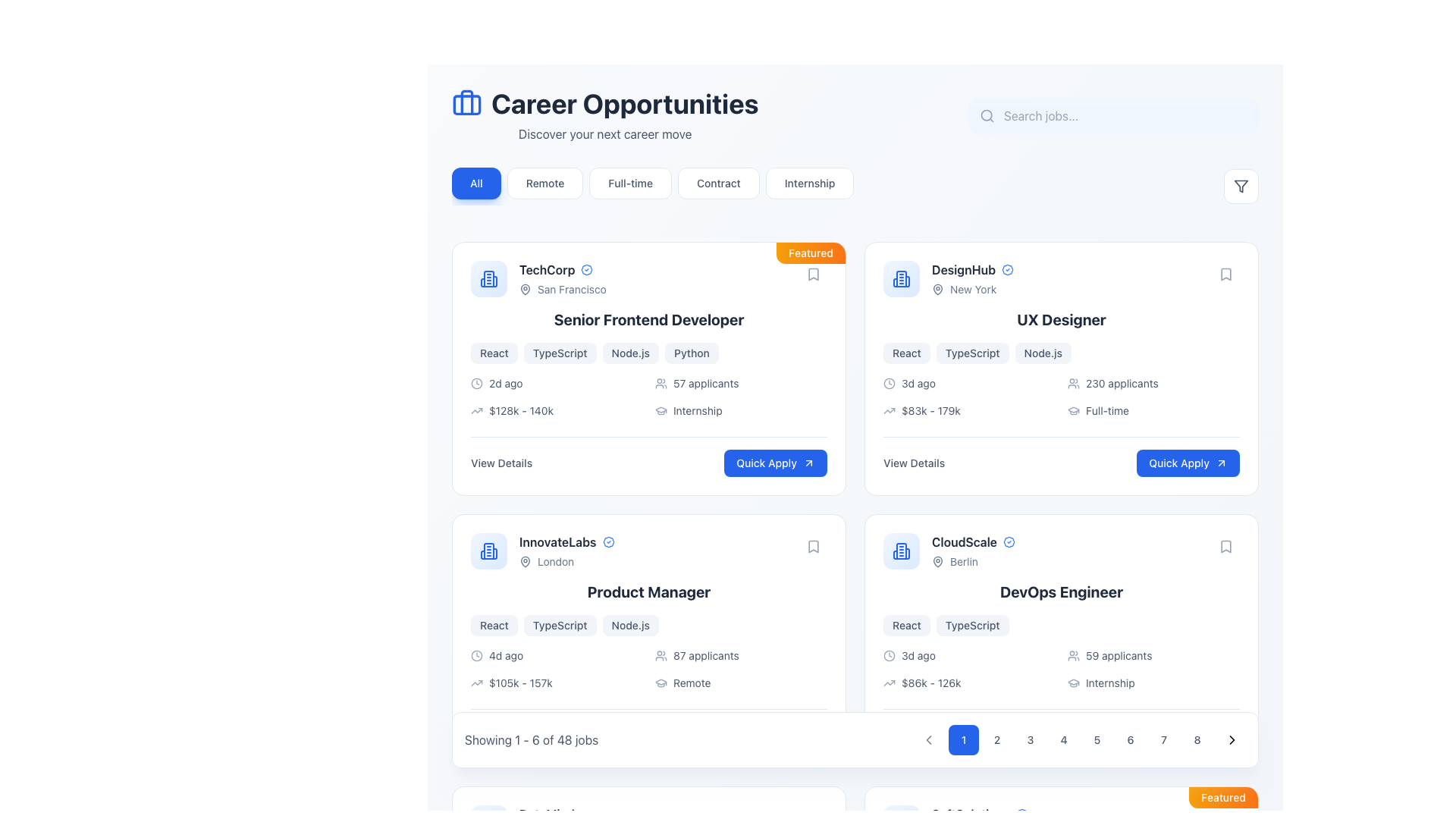  Describe the element at coordinates (475, 683) in the screenshot. I see `the growth improvement icon located to the left of the salary range '$105k - 157k' in the job listing for 'Product Manager' at 'InnovateLabs'` at that location.